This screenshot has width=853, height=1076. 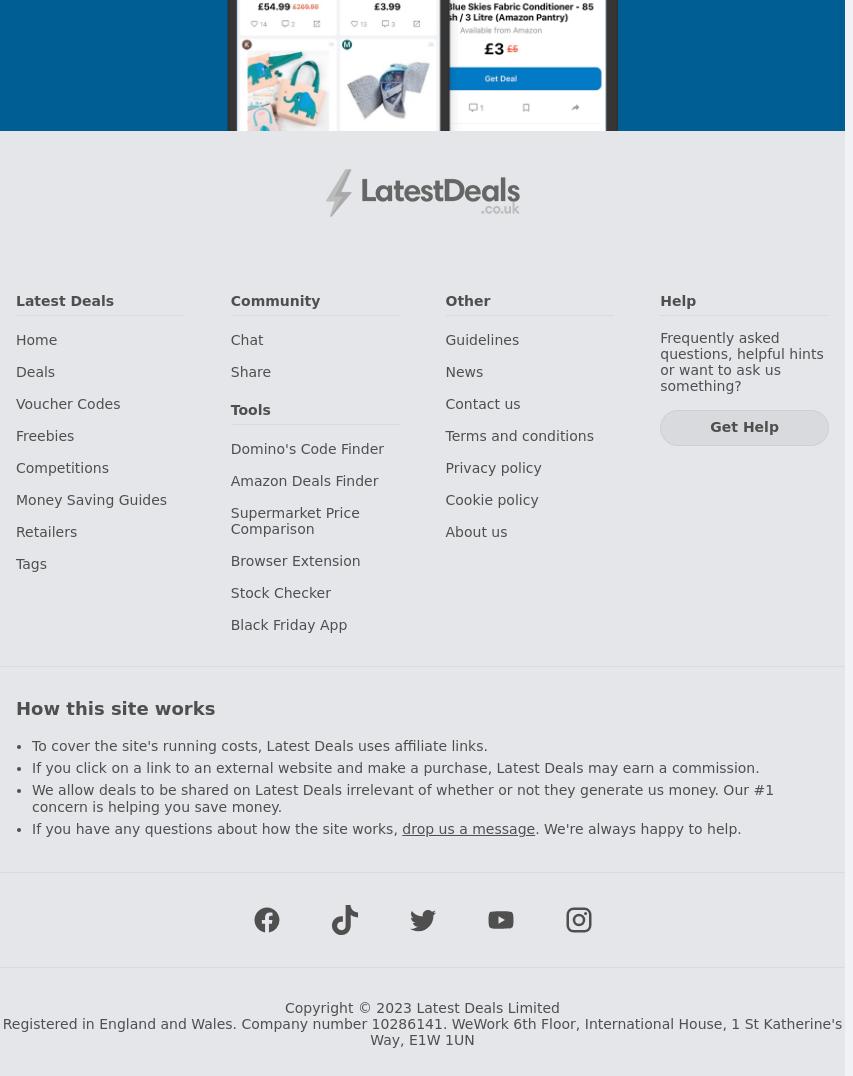 I want to click on 'Registered in England and Wales. Company number 10286141. WeWork 6th Floor, International House, 1 St Katherine's Way, E1W 1UN', so click(x=420, y=1030).